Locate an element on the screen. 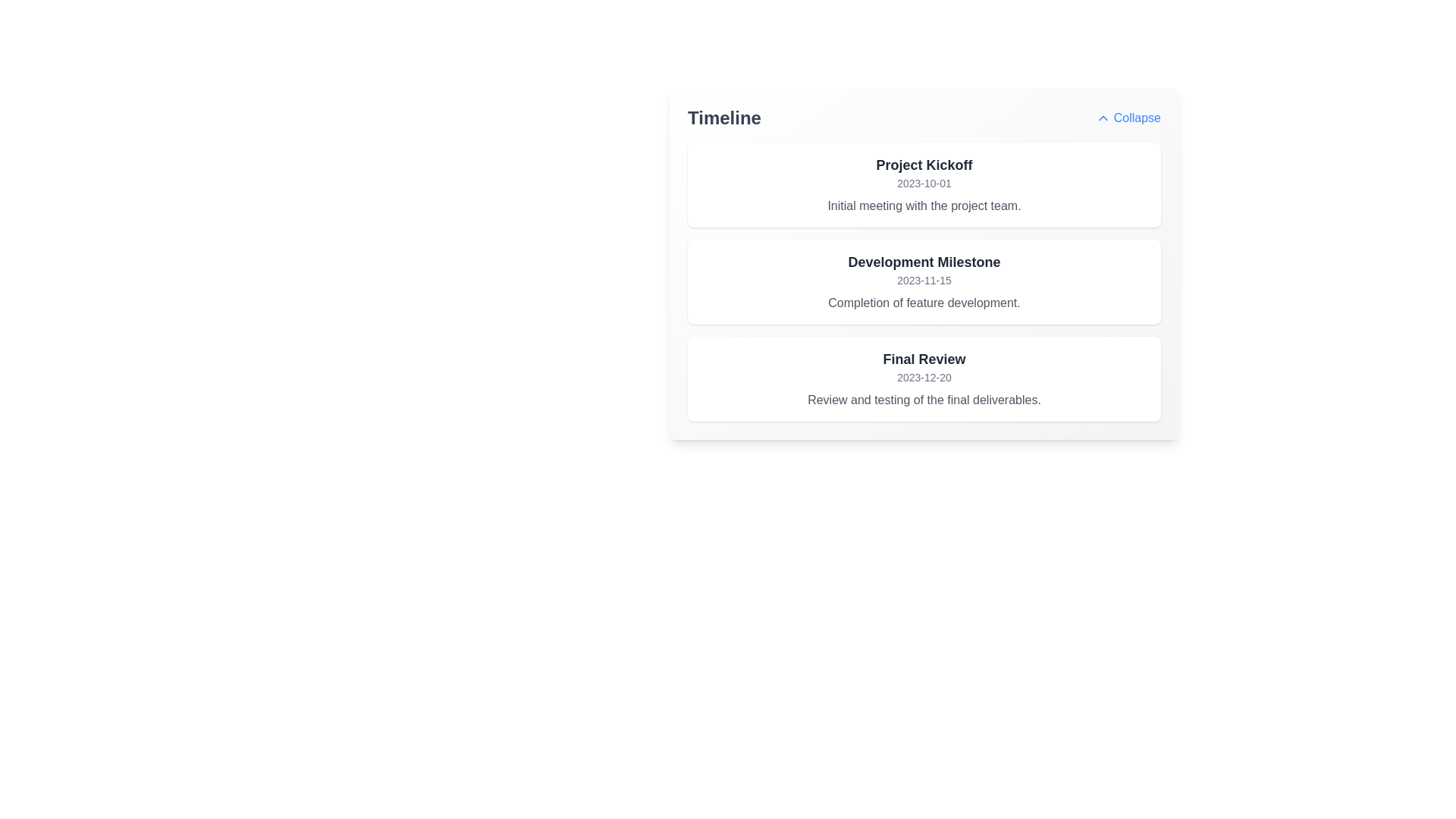 This screenshot has height=819, width=1456. the button located to the right of the 'Timeline' heading is located at coordinates (1128, 117).